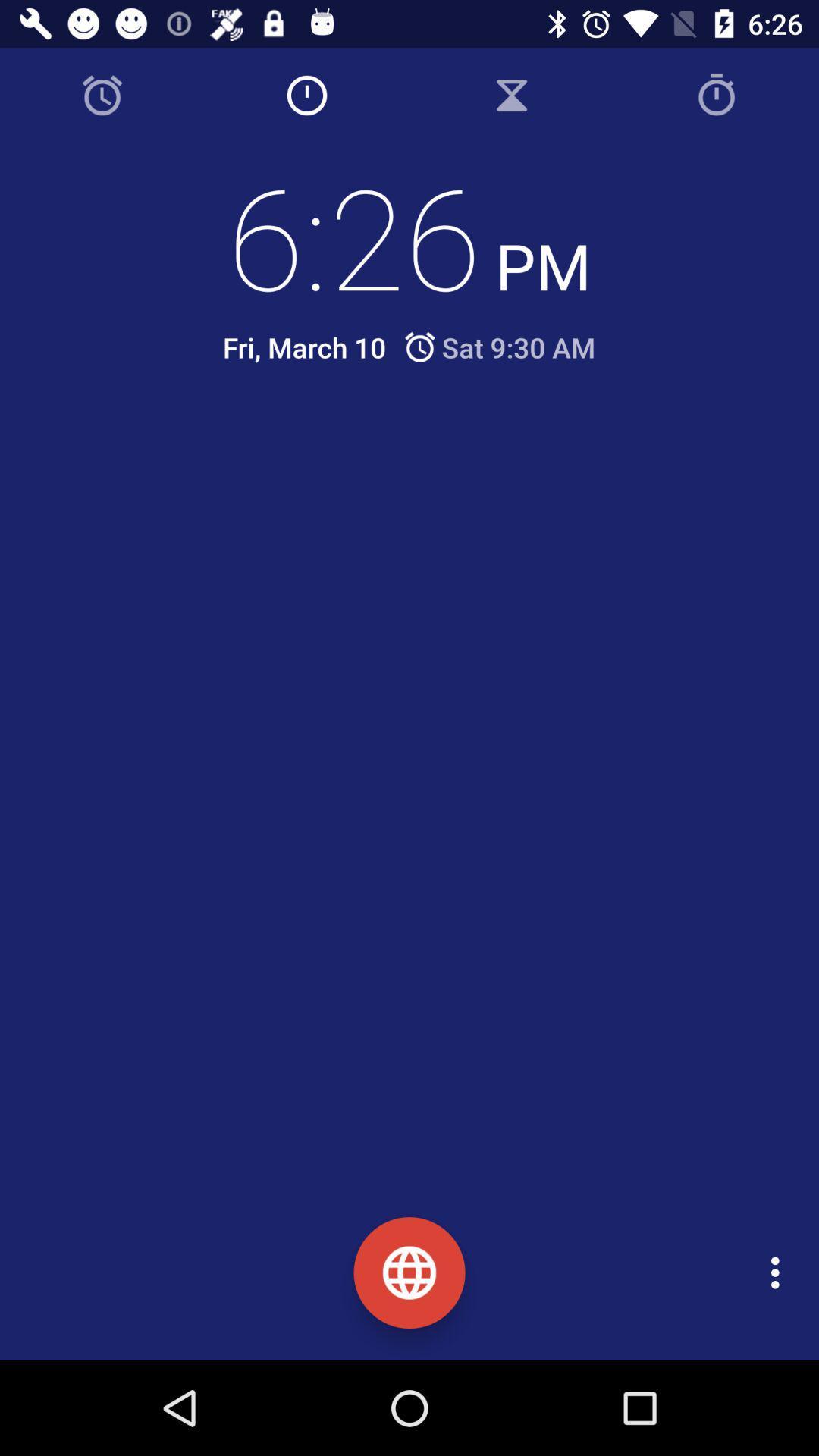 This screenshot has width=819, height=1456. I want to click on the item next to fri, march 10 item, so click(498, 347).